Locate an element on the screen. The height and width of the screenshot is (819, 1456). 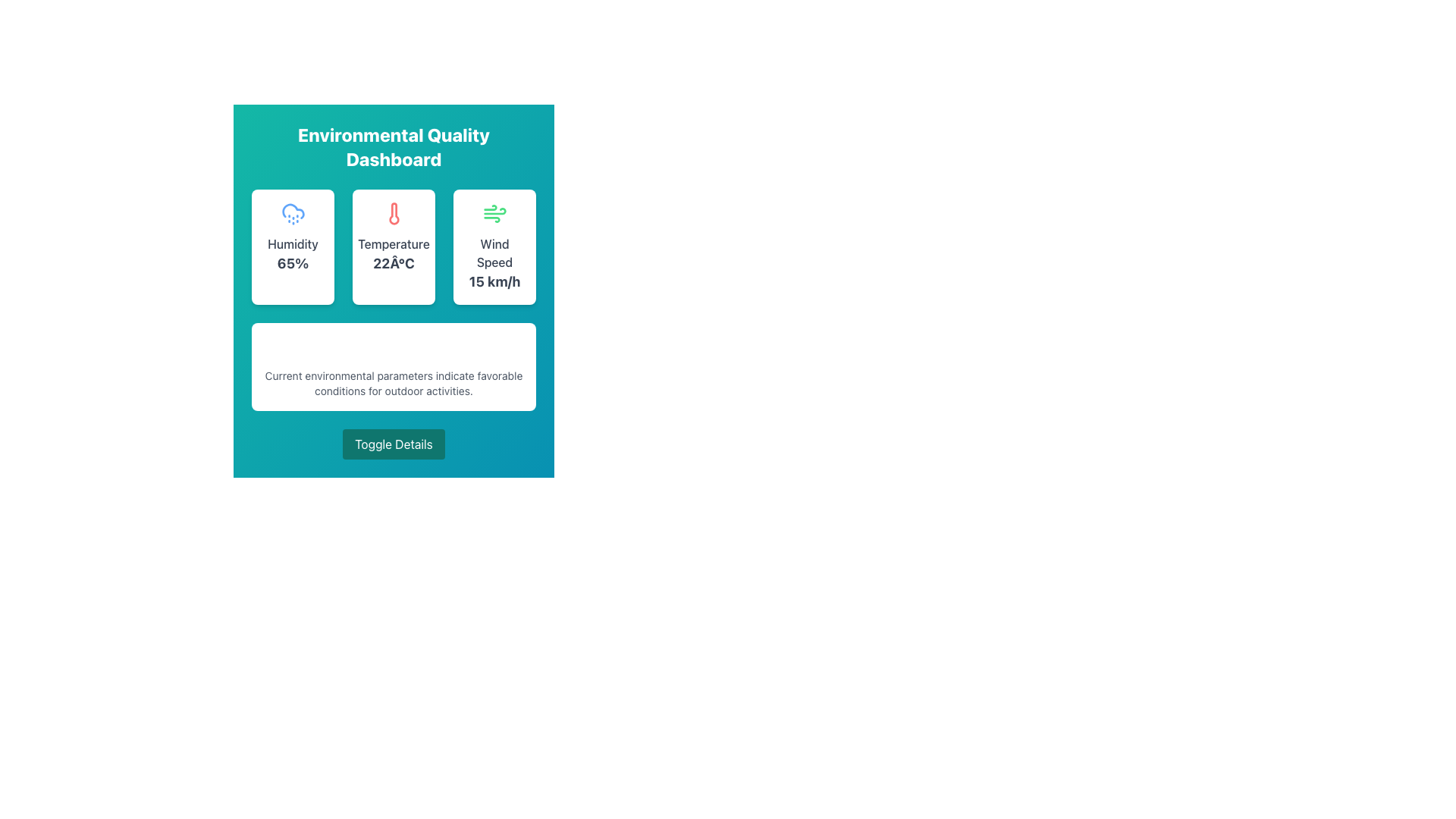
Text Header located at the top section of the dashboard to identify the purpose of the interface, which relates to environmental quality is located at coordinates (394, 146).